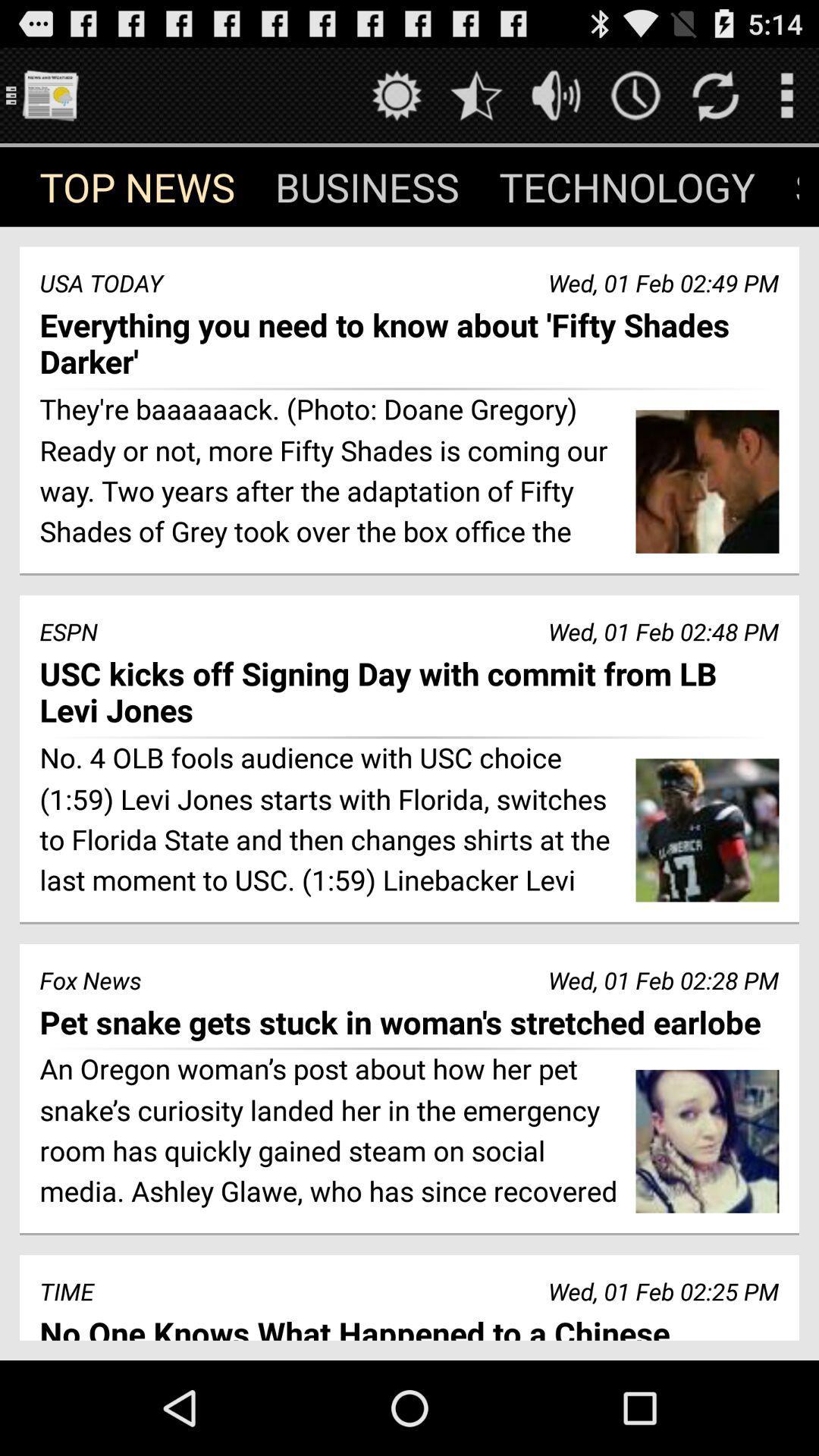 The height and width of the screenshot is (1456, 819). Describe the element at coordinates (49, 94) in the screenshot. I see `open main menu` at that location.